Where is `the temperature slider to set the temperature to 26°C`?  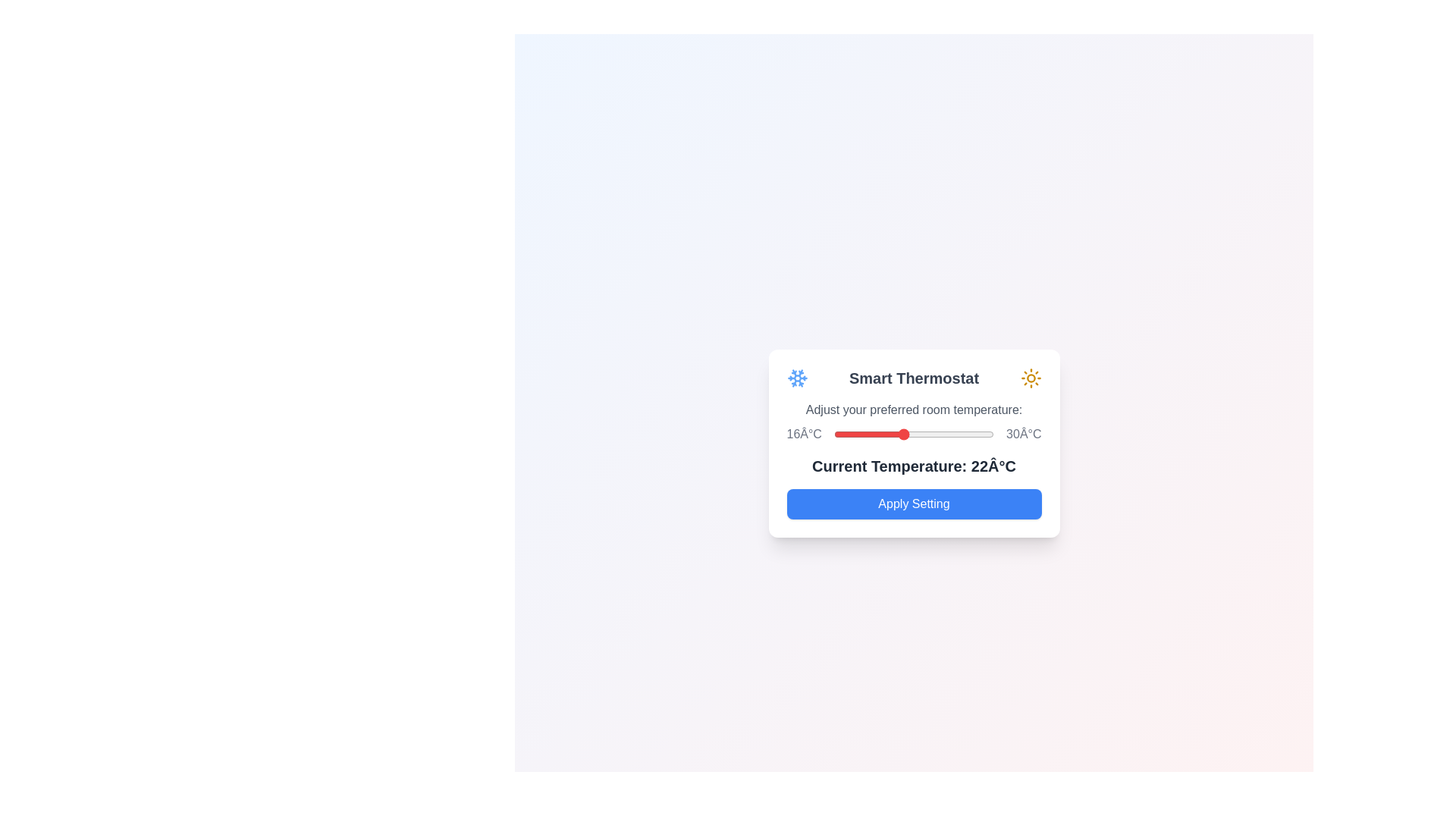
the temperature slider to set the temperature to 26°C is located at coordinates (947, 435).